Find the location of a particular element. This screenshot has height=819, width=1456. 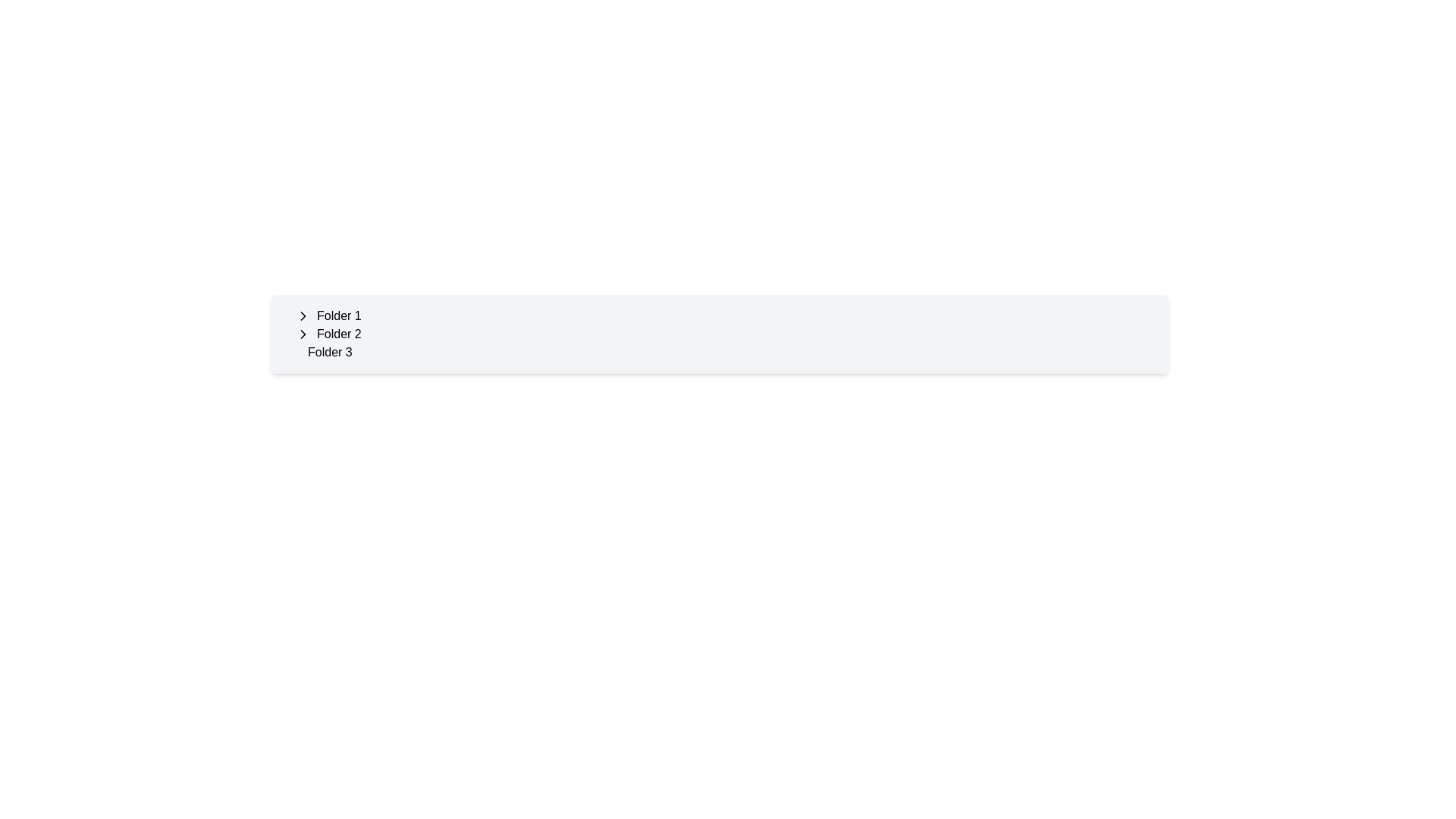

the rightward-pointing triangular arrow icon located to the left of the text label 'Folder 2' is located at coordinates (303, 333).